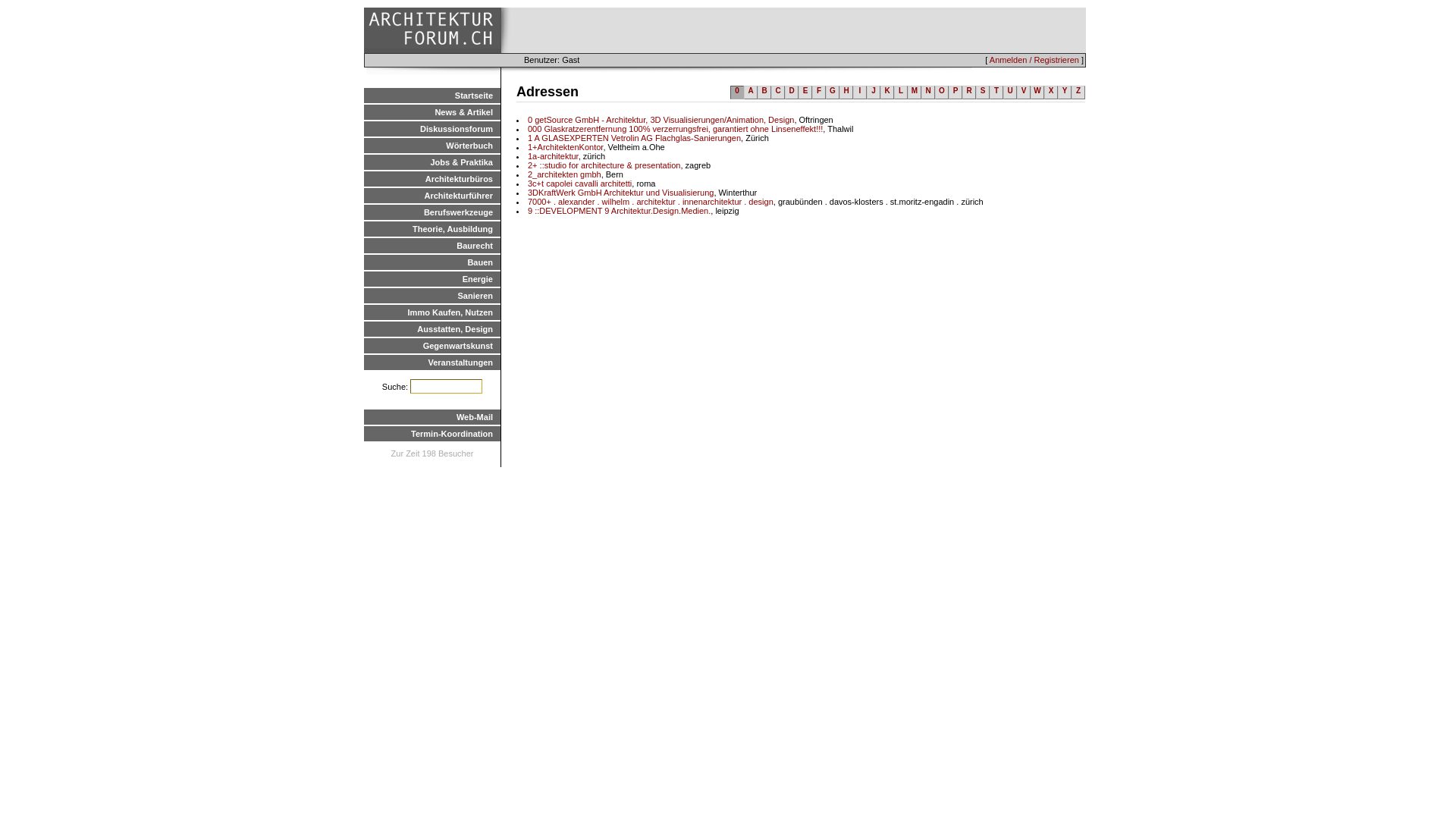  What do you see at coordinates (1037, 93) in the screenshot?
I see `'W'` at bounding box center [1037, 93].